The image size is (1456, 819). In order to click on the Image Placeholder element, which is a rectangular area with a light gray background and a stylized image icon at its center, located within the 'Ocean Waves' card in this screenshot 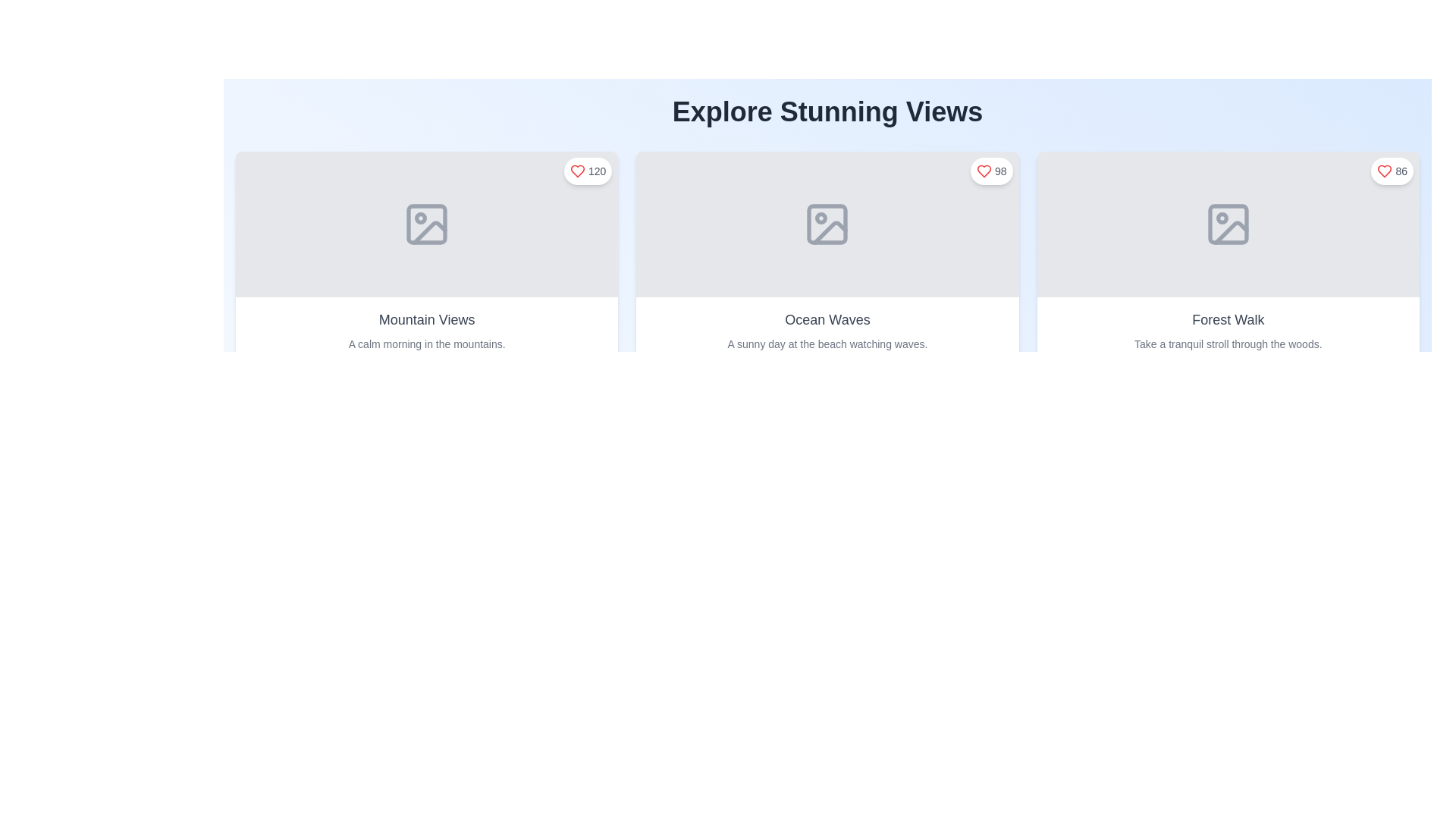, I will do `click(827, 224)`.